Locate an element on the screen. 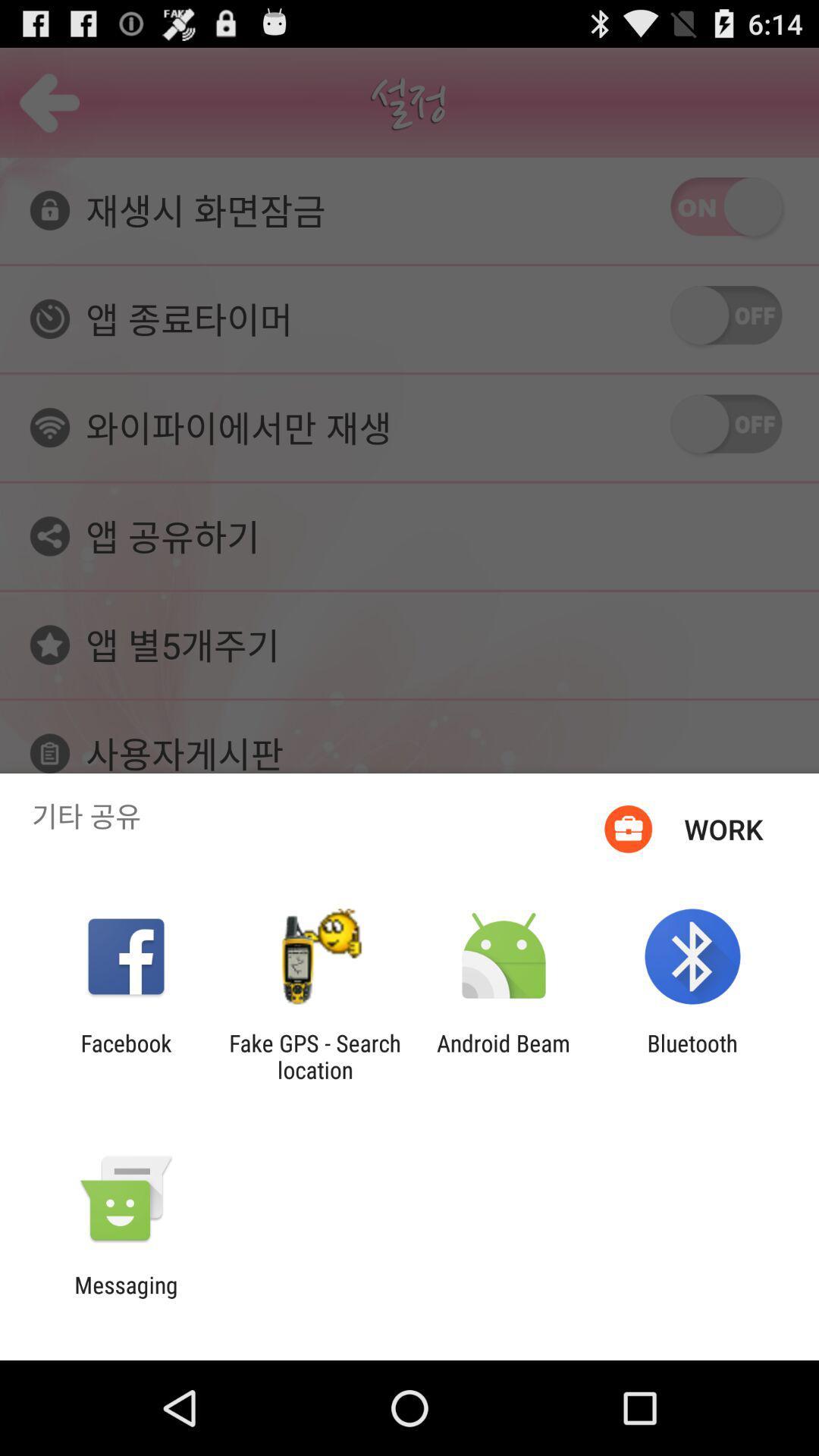 This screenshot has width=819, height=1456. item to the left of fake gps search is located at coordinates (125, 1056).